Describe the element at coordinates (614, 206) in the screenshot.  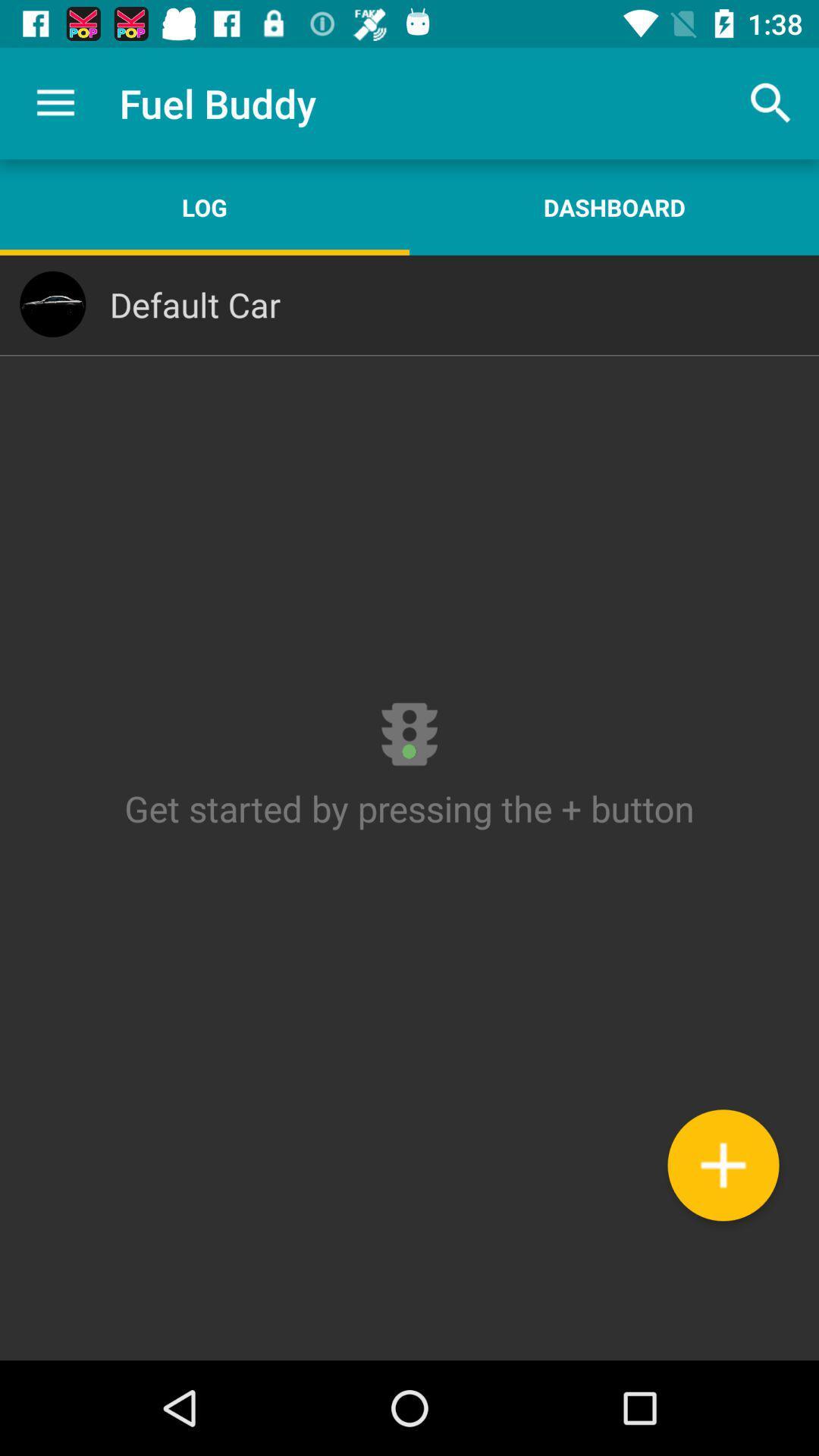
I see `the icon to the right of the log app` at that location.